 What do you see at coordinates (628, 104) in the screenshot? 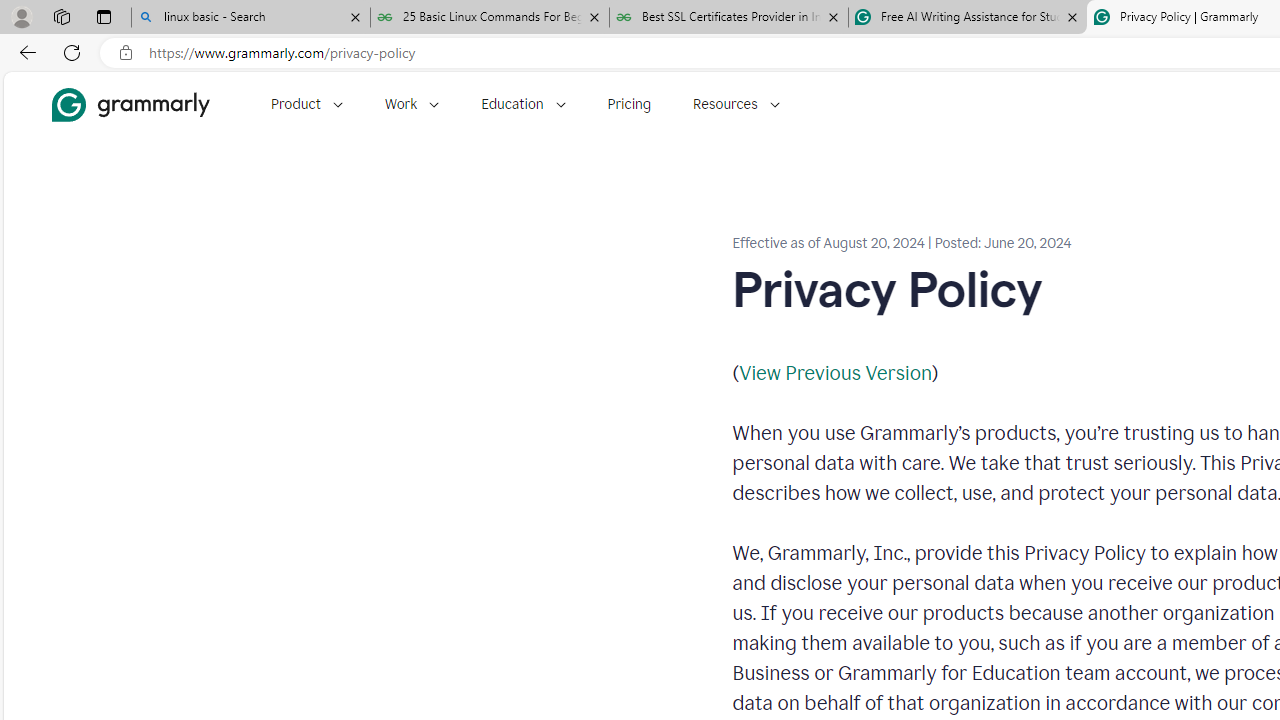
I see `'Pricing'` at bounding box center [628, 104].